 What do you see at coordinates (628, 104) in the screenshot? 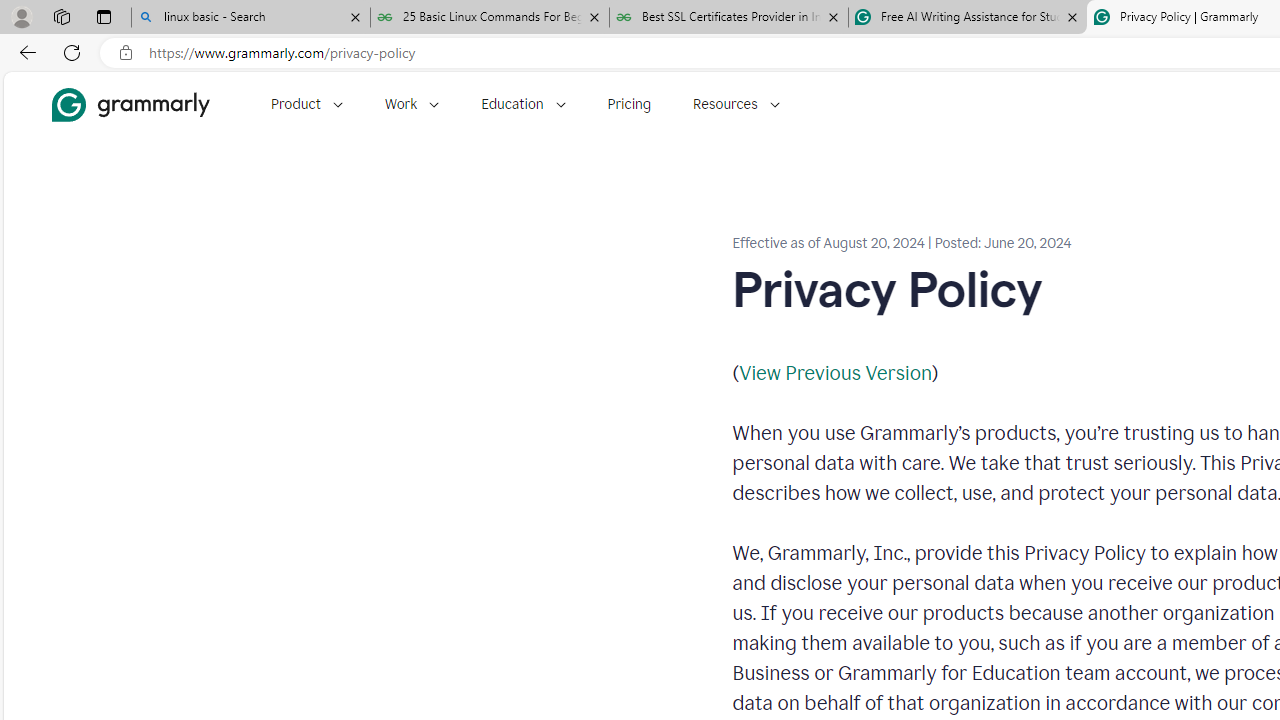
I see `'Pricing'` at bounding box center [628, 104].